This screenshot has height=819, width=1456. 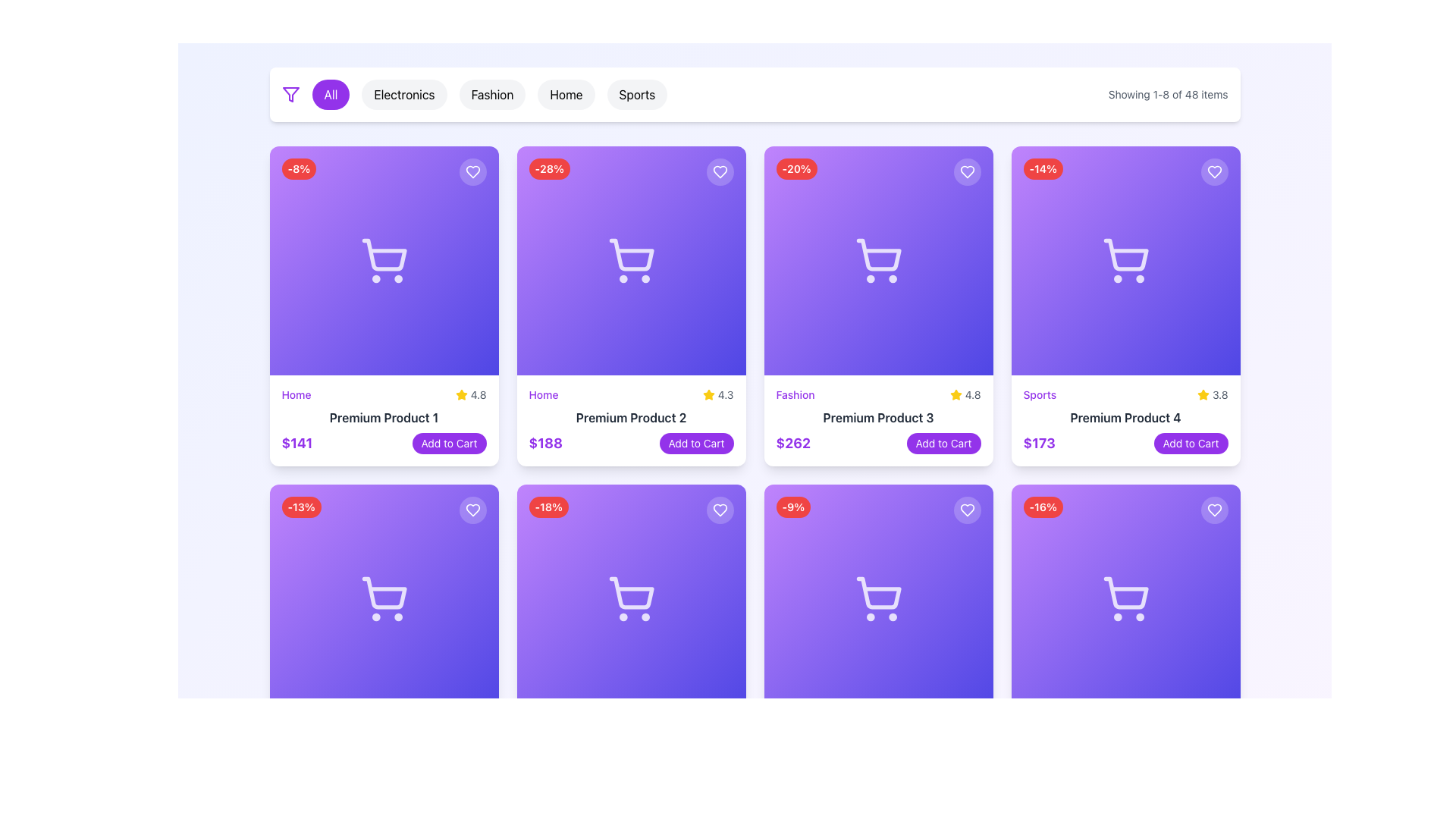 What do you see at coordinates (878, 598) in the screenshot?
I see `the interactive product display element located in the fourth row and fourth column of the grid, which includes icons for a discount badge, shopping cart, and favorite heart` at bounding box center [878, 598].